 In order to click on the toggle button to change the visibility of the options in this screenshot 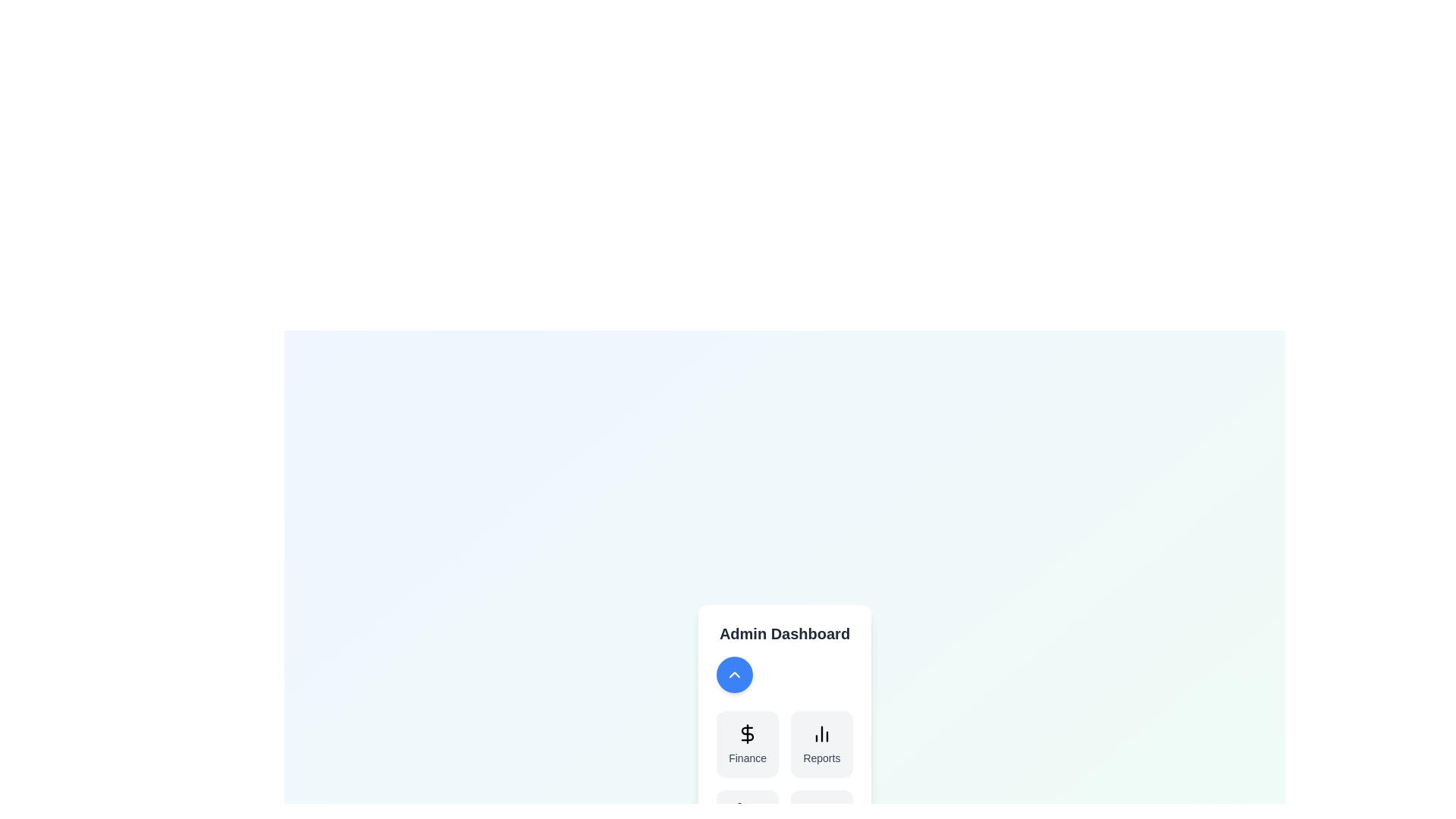, I will do `click(735, 674)`.